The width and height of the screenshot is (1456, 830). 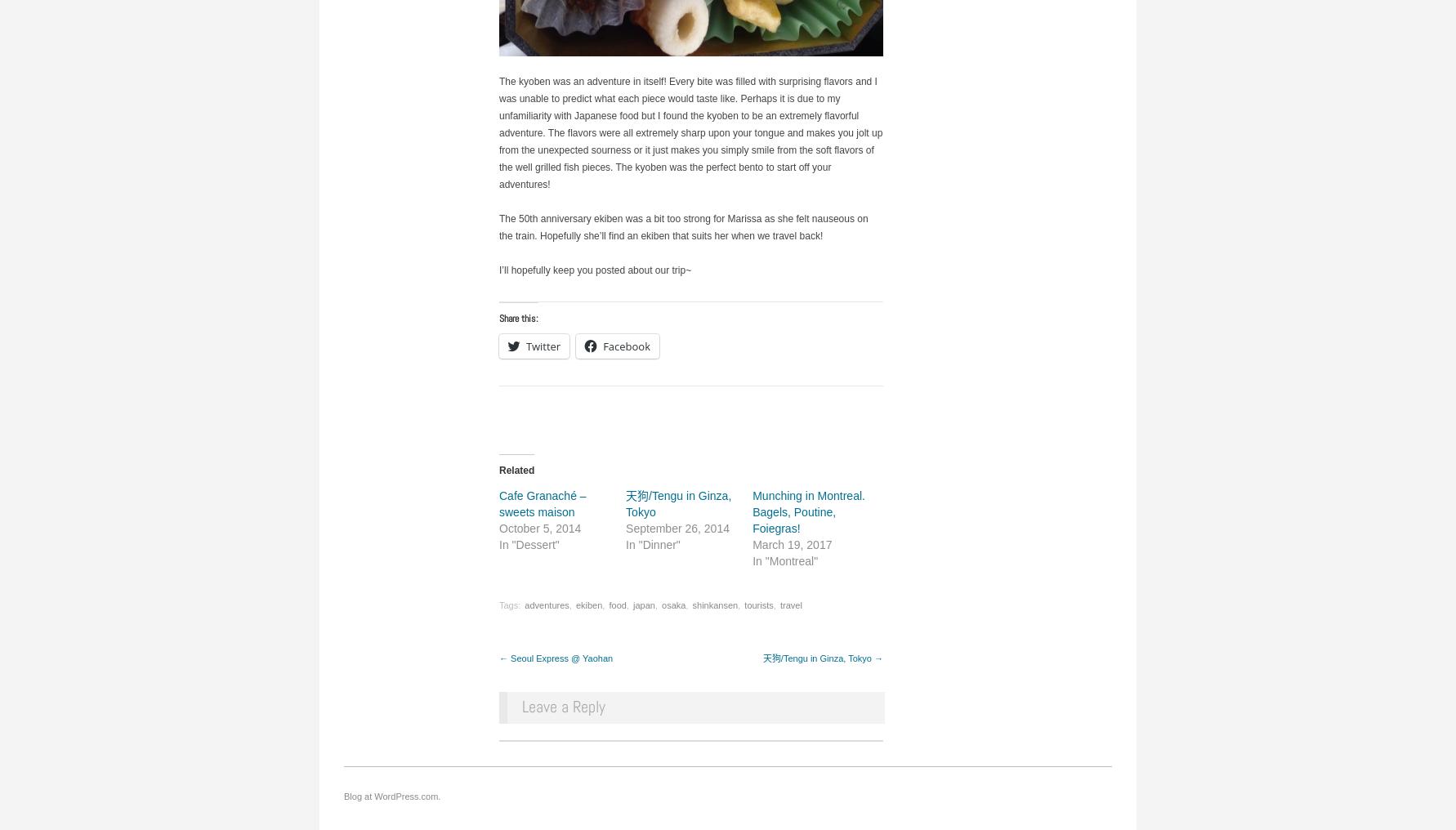 What do you see at coordinates (690, 131) in the screenshot?
I see `'The kyoben was an adventure in itself! Every bite was filled with surprising flavors and I was unable to predict what each piece would taste like. Perhaps it is due to my unfamiliarity with Japanese food but I found the kyoben to be an extremely flavorful adventure. The flavors were all extremely sharp upon your tongue and makes you jolt up from the unexpected sourness or it just makes you simply smile from the soft flavors of the well grilled fish pieces. The kyoben was the perfect bento to start off your adventures!'` at bounding box center [690, 131].